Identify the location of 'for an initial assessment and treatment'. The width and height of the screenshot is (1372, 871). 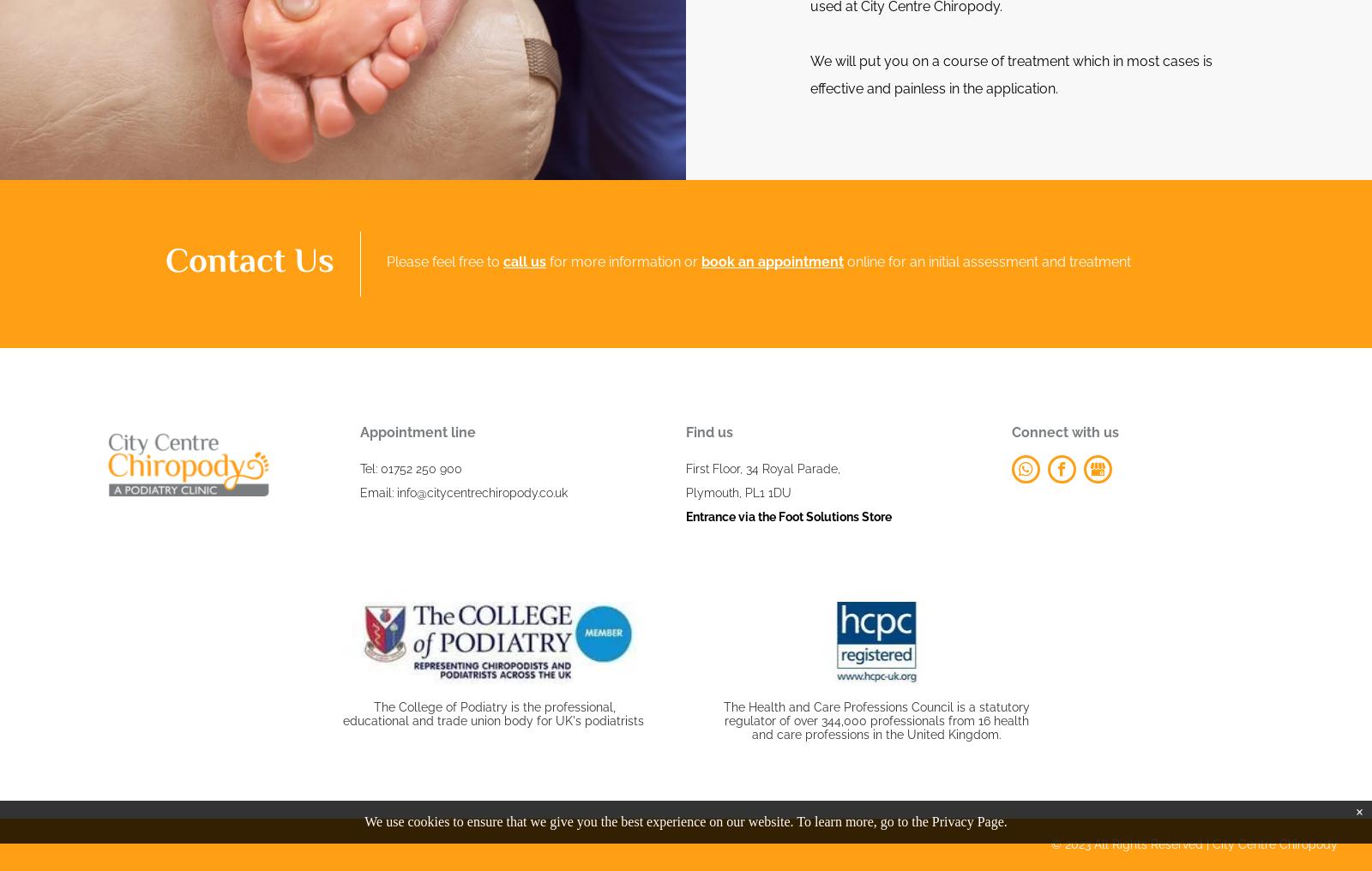
(888, 260).